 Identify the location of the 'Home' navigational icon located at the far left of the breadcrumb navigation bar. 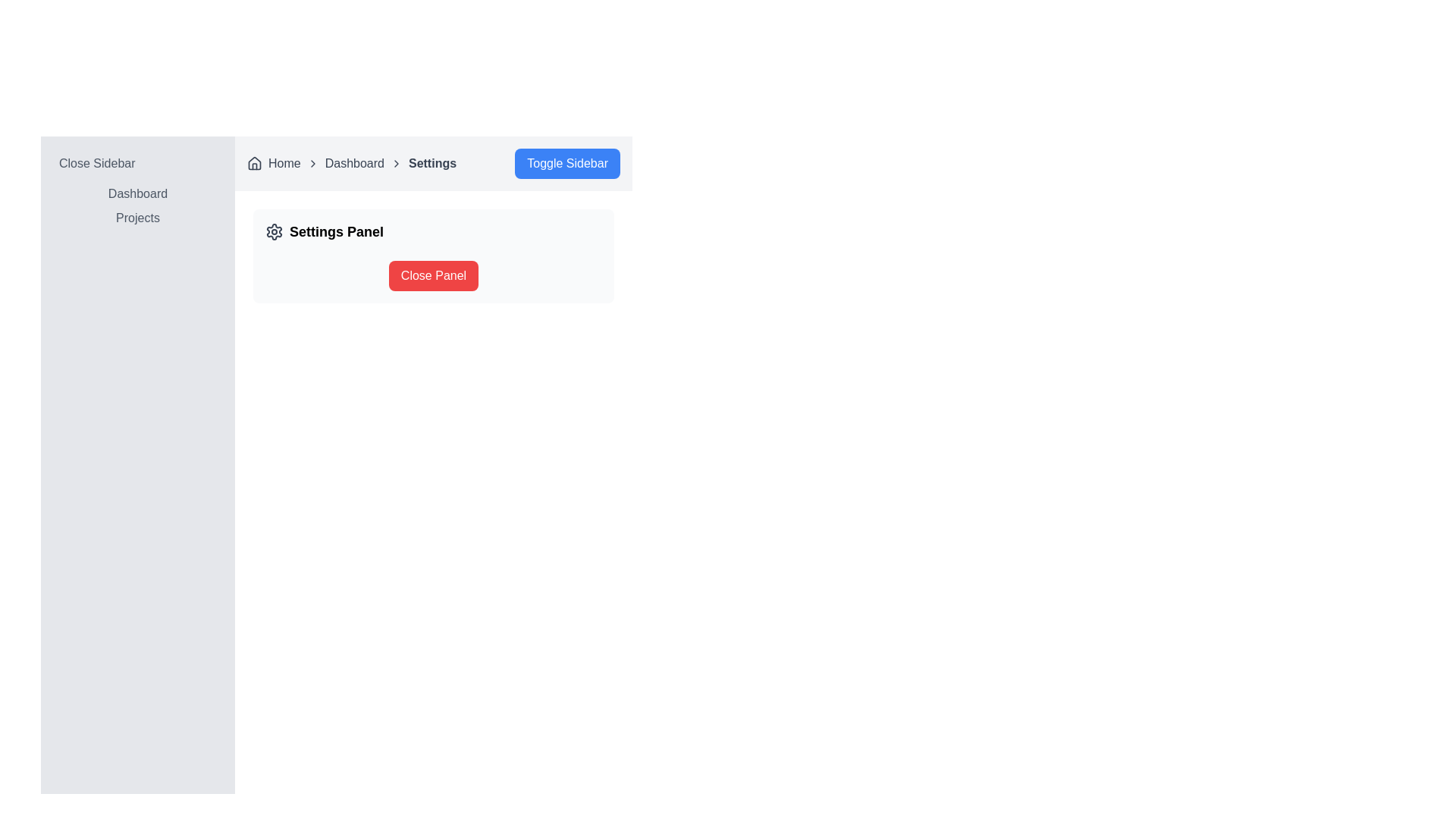
(255, 164).